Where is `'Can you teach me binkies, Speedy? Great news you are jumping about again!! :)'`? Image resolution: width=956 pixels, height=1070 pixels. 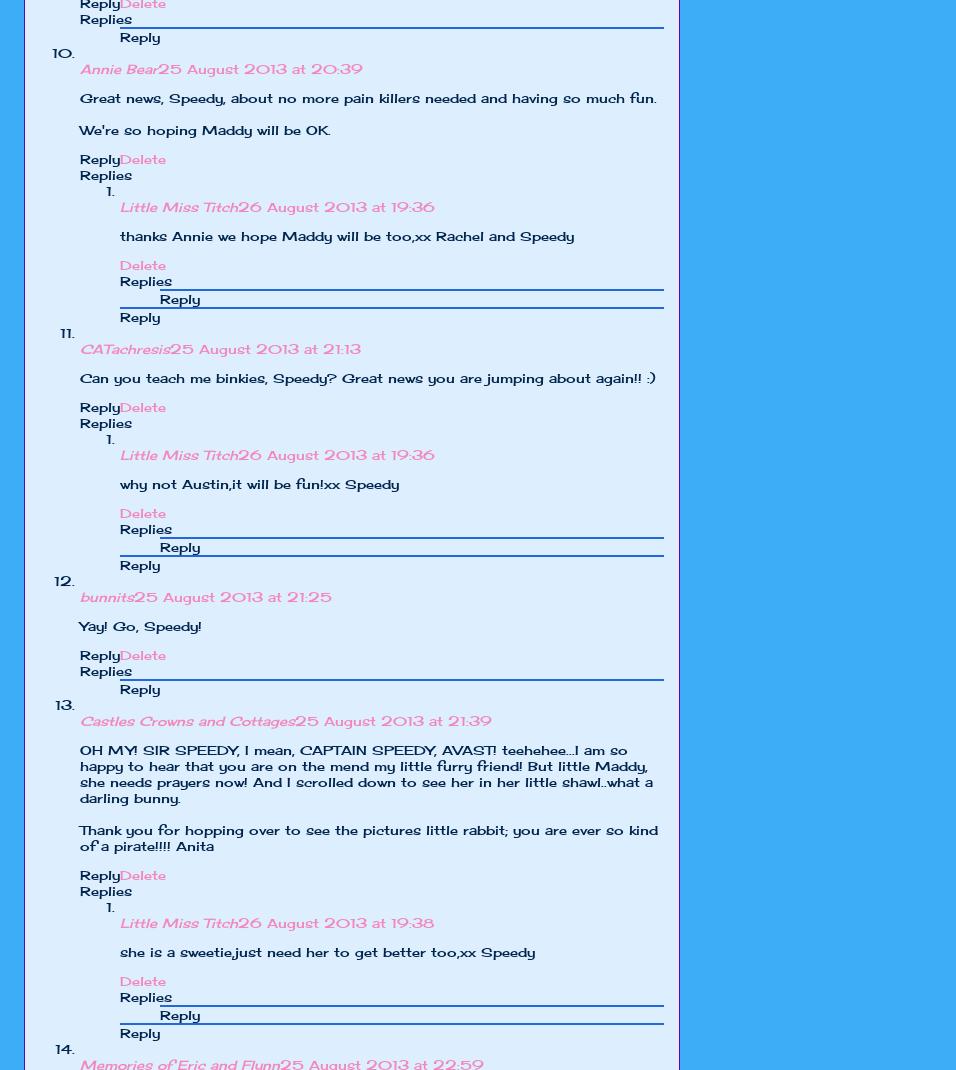 'Can you teach me binkies, Speedy? Great news you are jumping about again!! :)' is located at coordinates (79, 377).